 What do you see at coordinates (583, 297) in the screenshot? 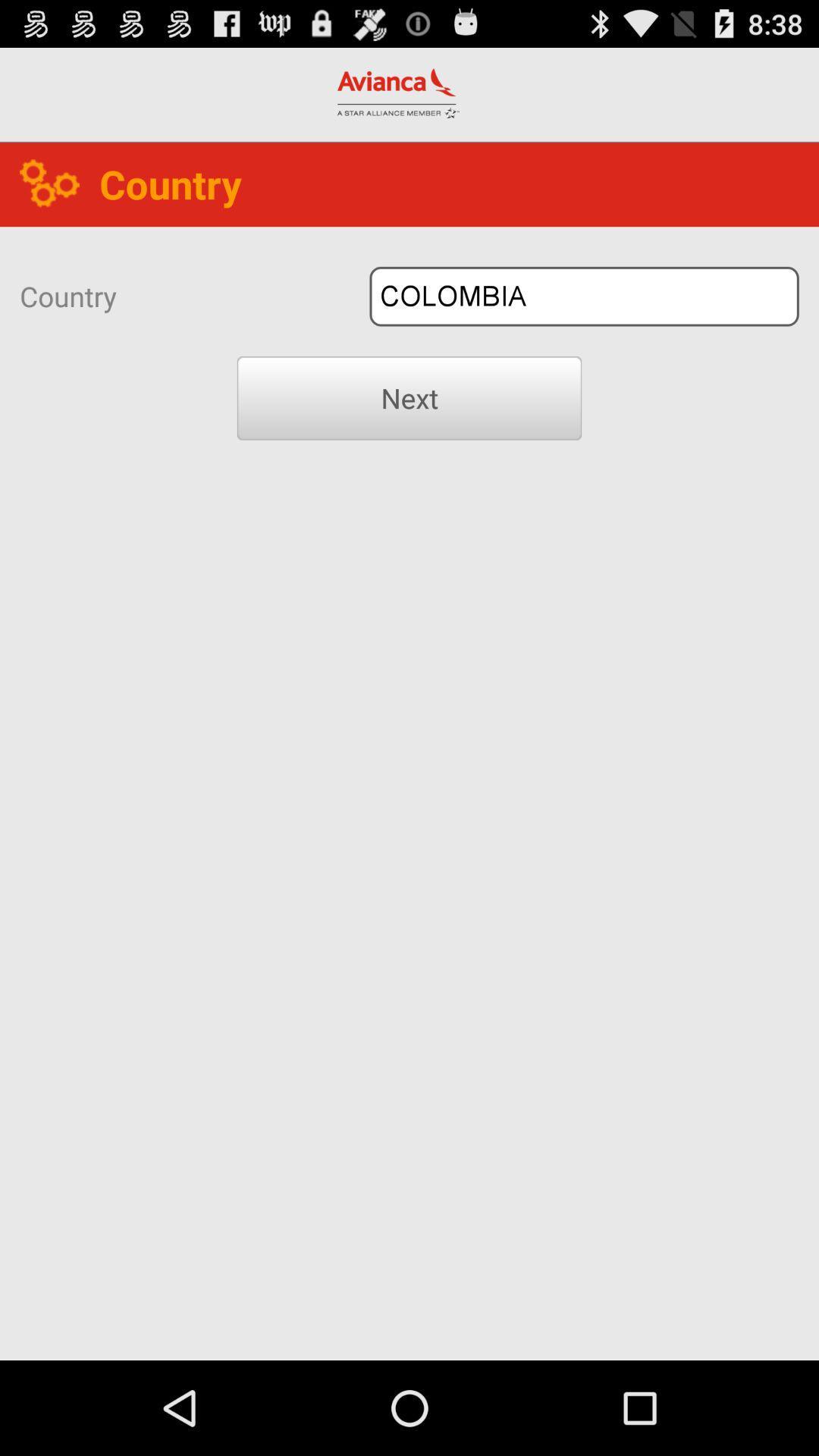
I see `colombia icon` at bounding box center [583, 297].